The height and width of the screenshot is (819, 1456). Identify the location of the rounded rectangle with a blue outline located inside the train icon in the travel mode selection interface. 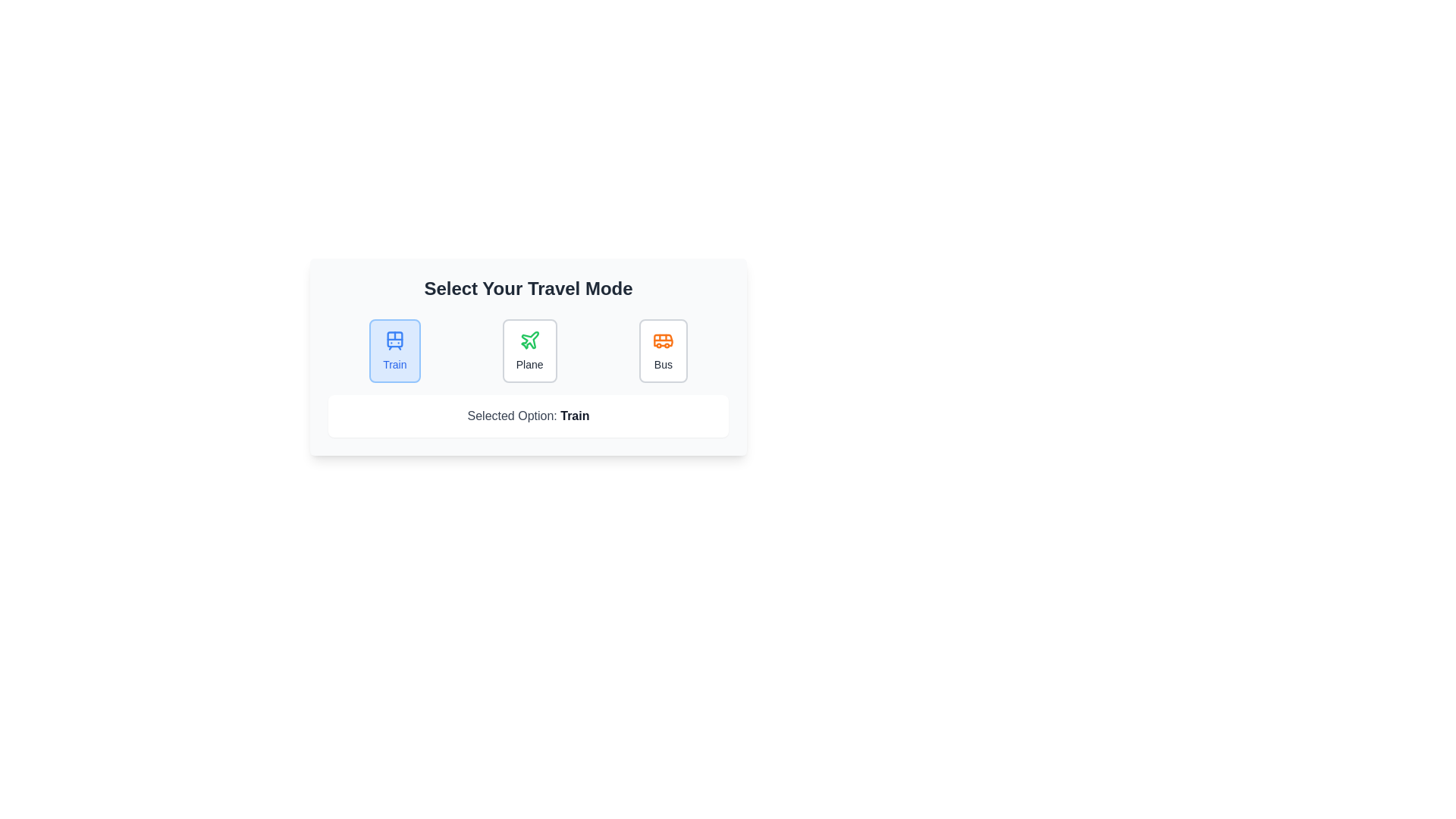
(394, 338).